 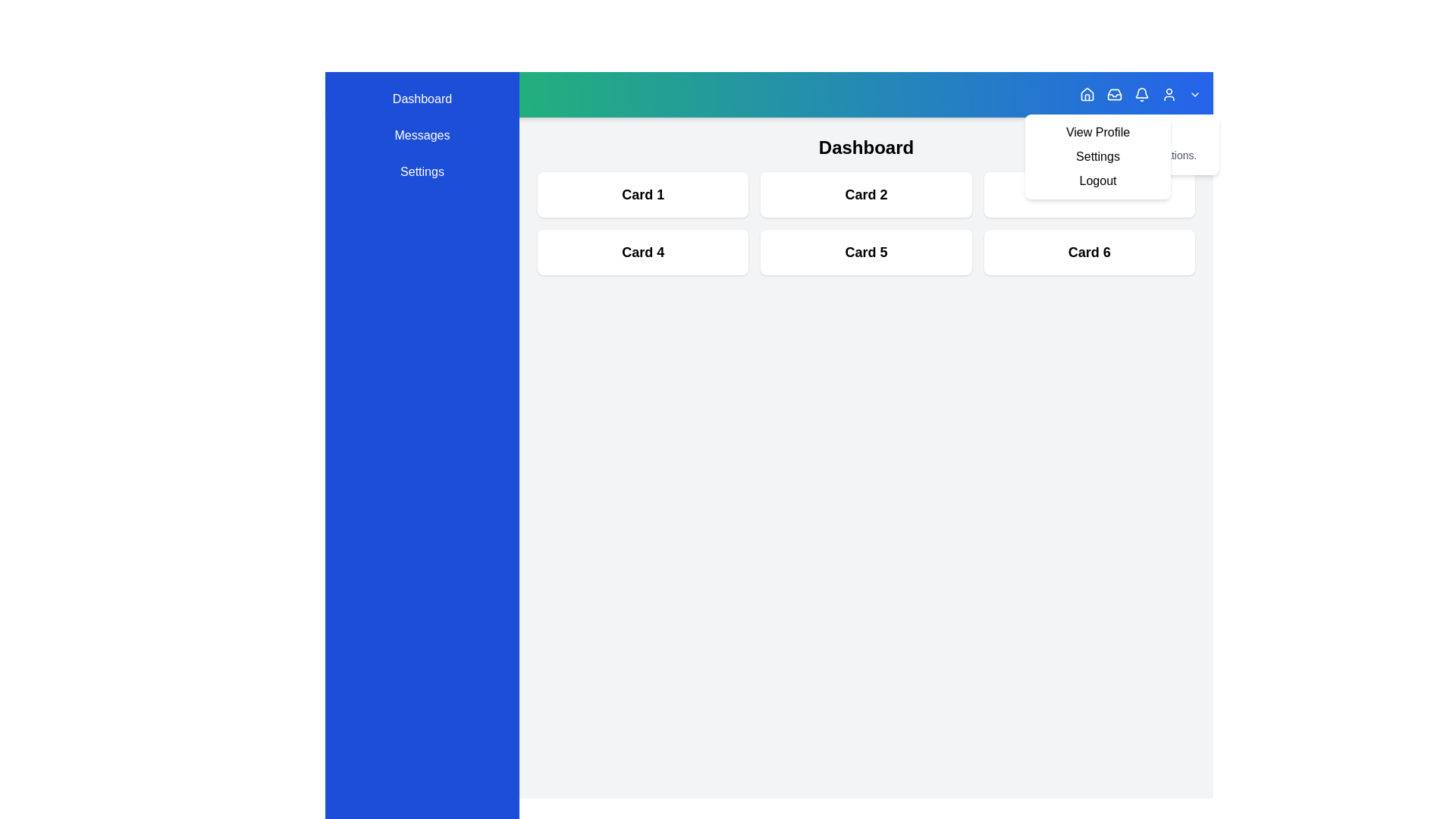 What do you see at coordinates (425, 94) in the screenshot?
I see `the text label displaying 'Interactive System', which is prominently positioned in the header area and styled with a bold font` at bounding box center [425, 94].